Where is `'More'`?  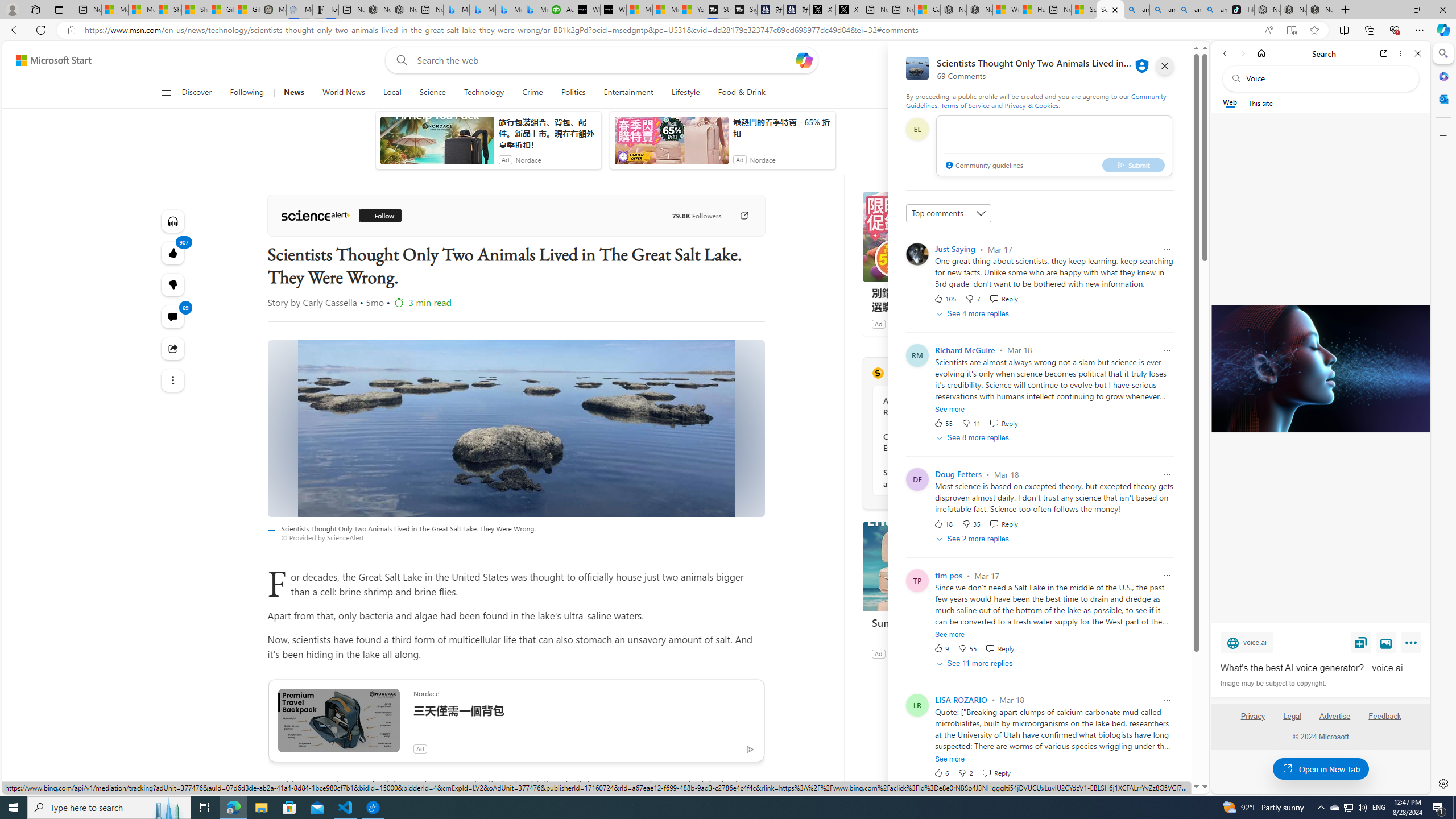
'More' is located at coordinates (1412, 644).